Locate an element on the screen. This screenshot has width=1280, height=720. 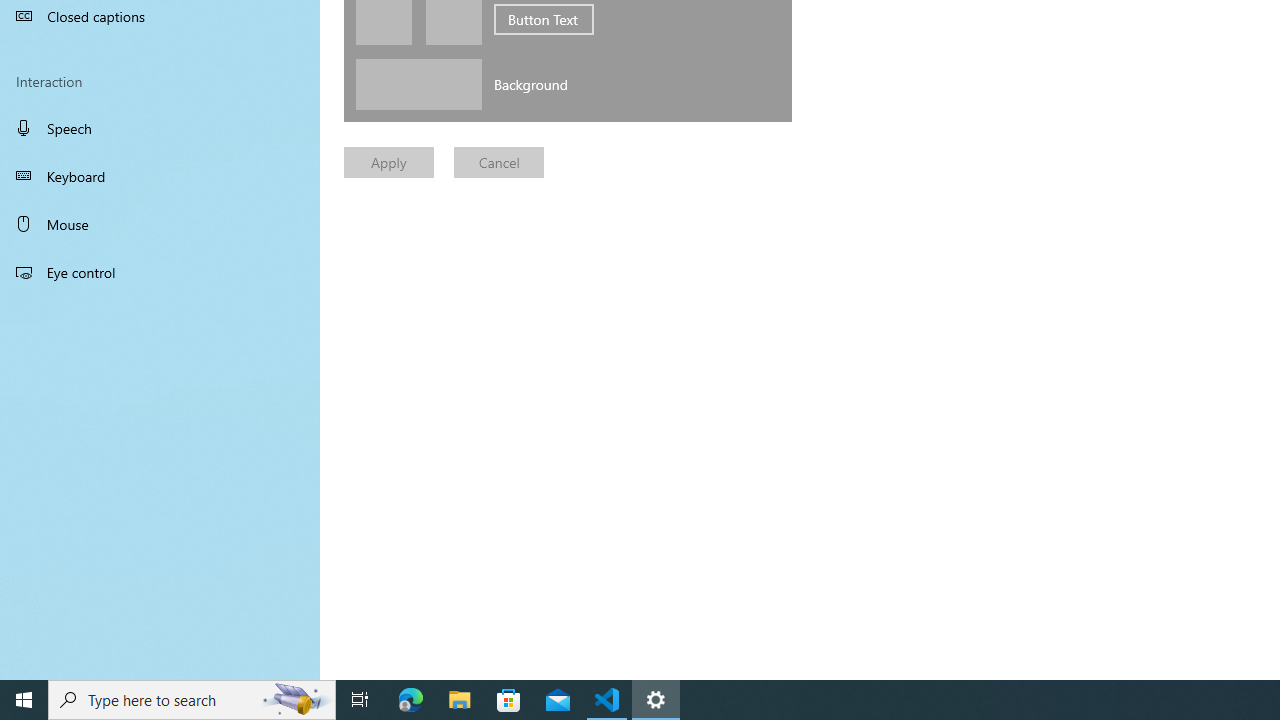
'Microsoft Edge' is located at coordinates (410, 698).